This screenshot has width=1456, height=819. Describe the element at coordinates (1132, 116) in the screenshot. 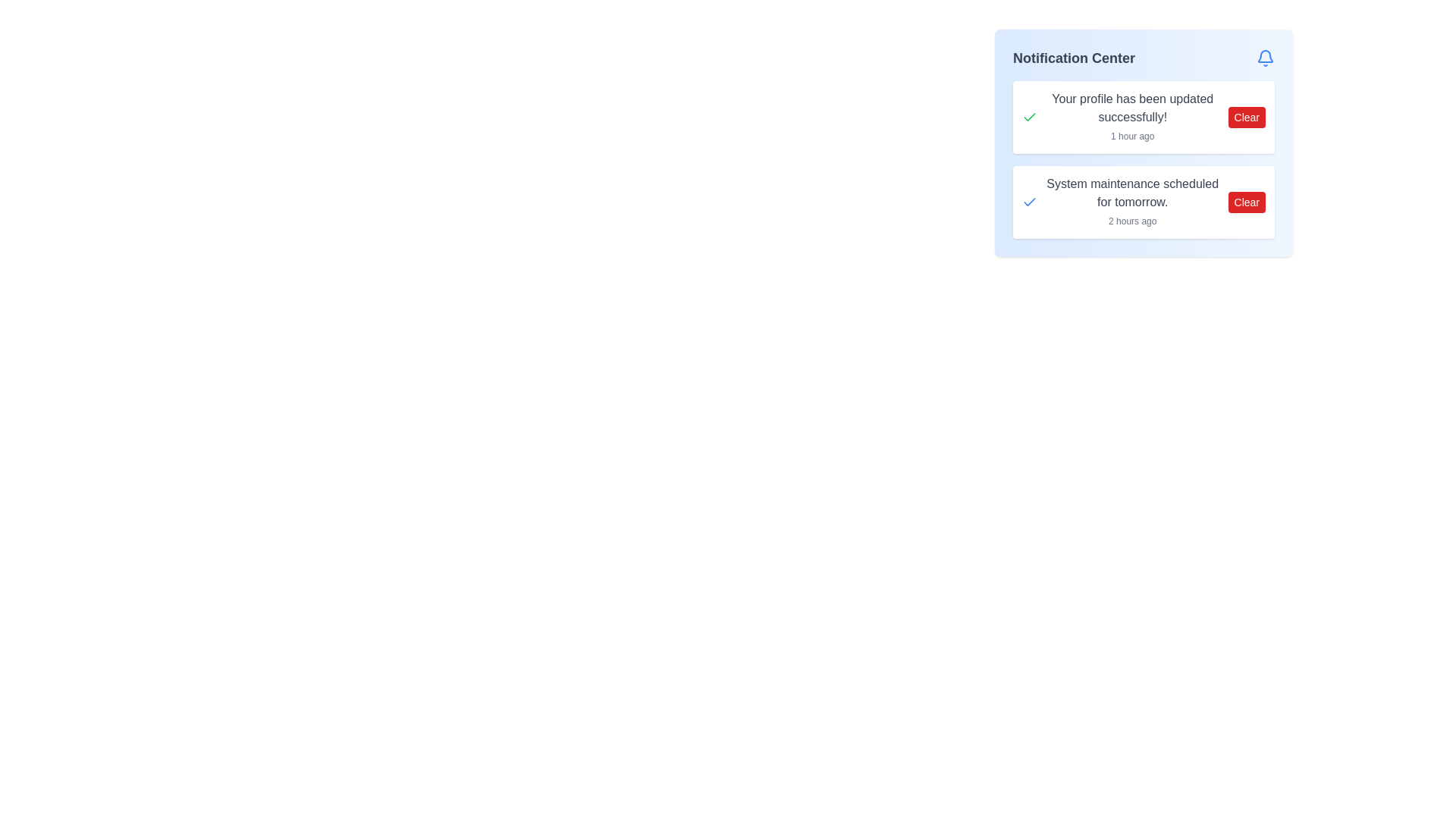

I see `the static text display in the 'Notification Center' that informs the user about their profile update` at that location.